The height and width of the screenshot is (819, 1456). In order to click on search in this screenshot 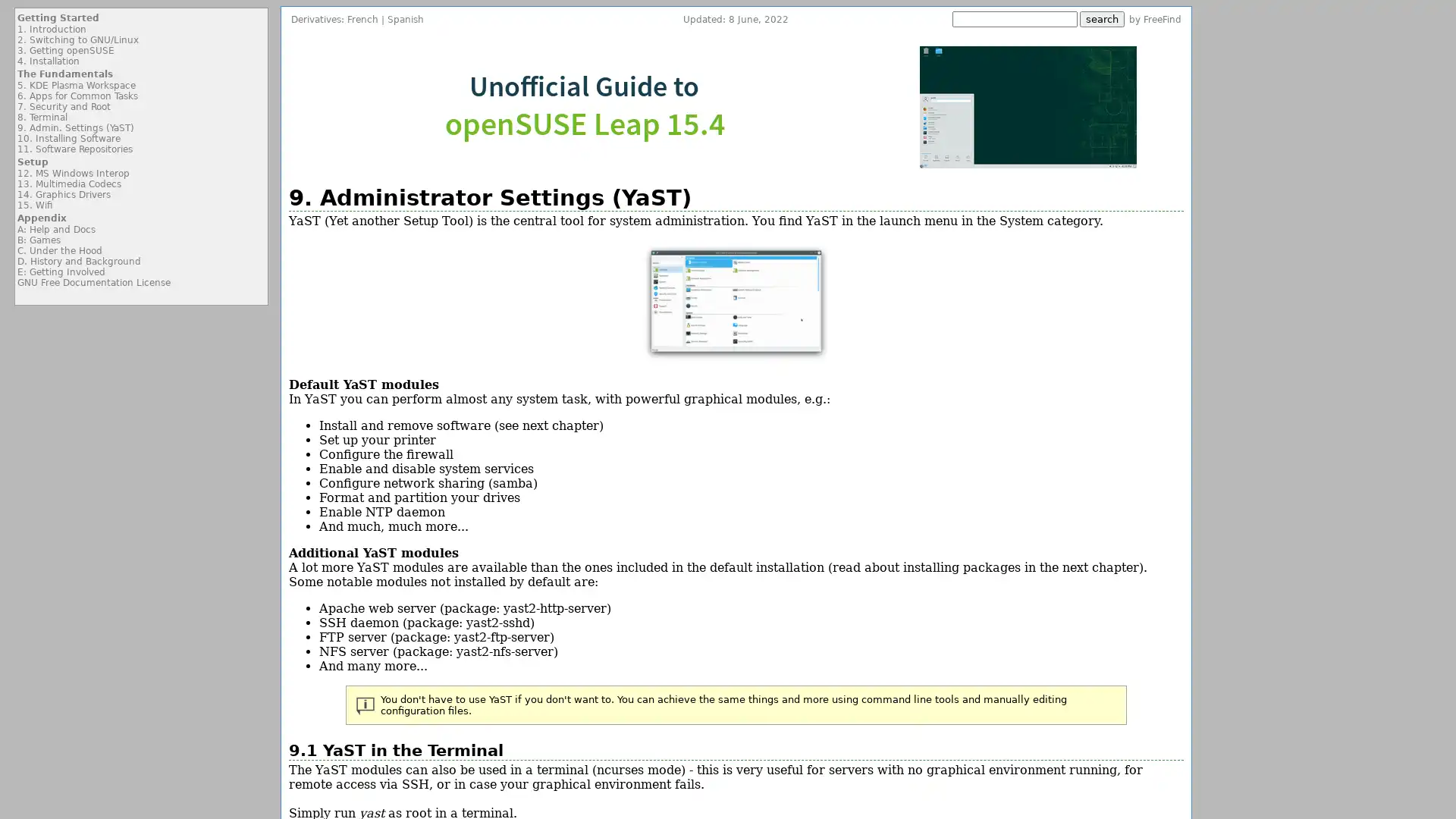, I will do `click(1102, 19)`.